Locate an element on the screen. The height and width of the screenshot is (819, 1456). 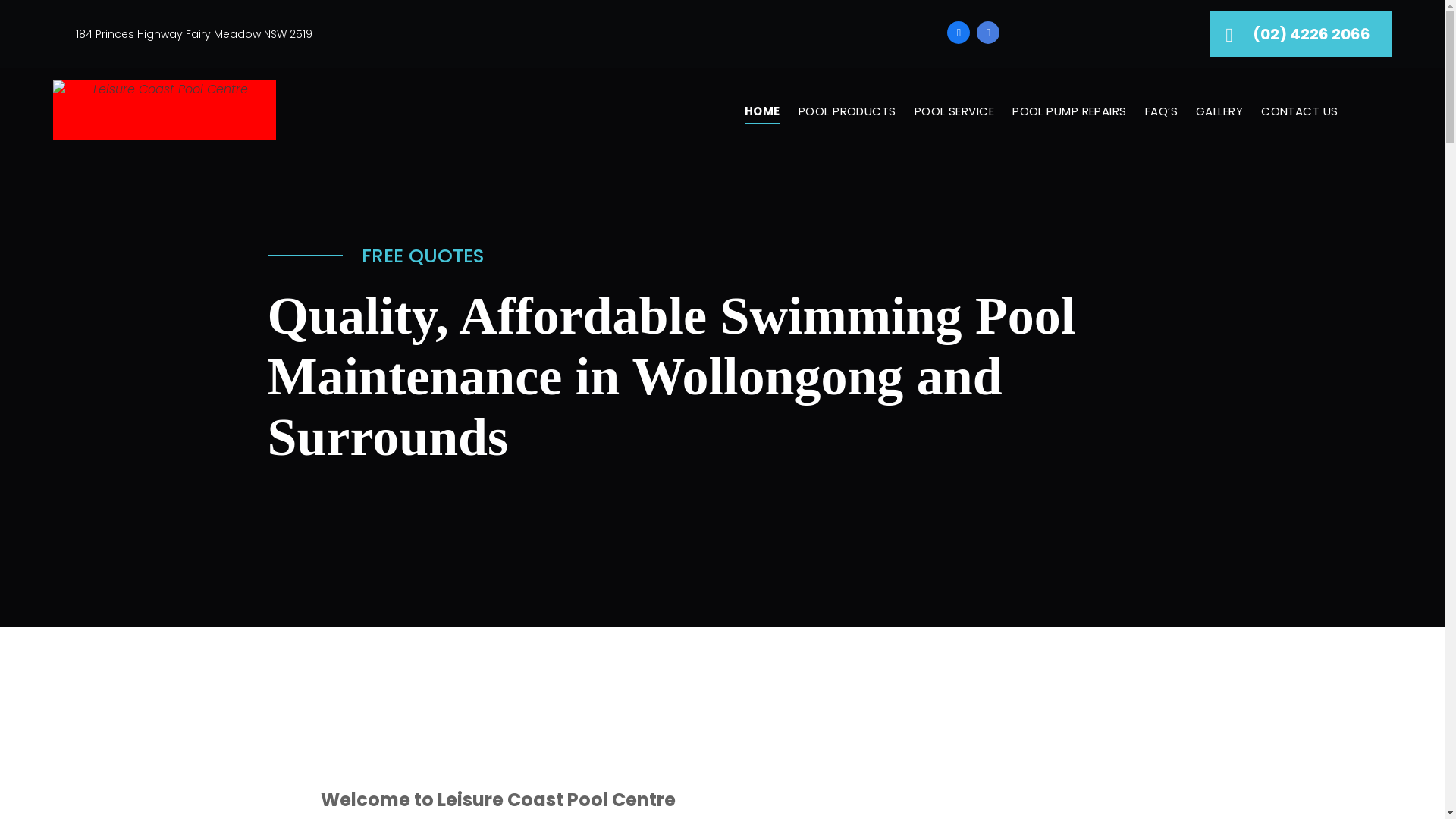
'184 Princes Highway Fairy Meadow NSW 2519' is located at coordinates (193, 33).